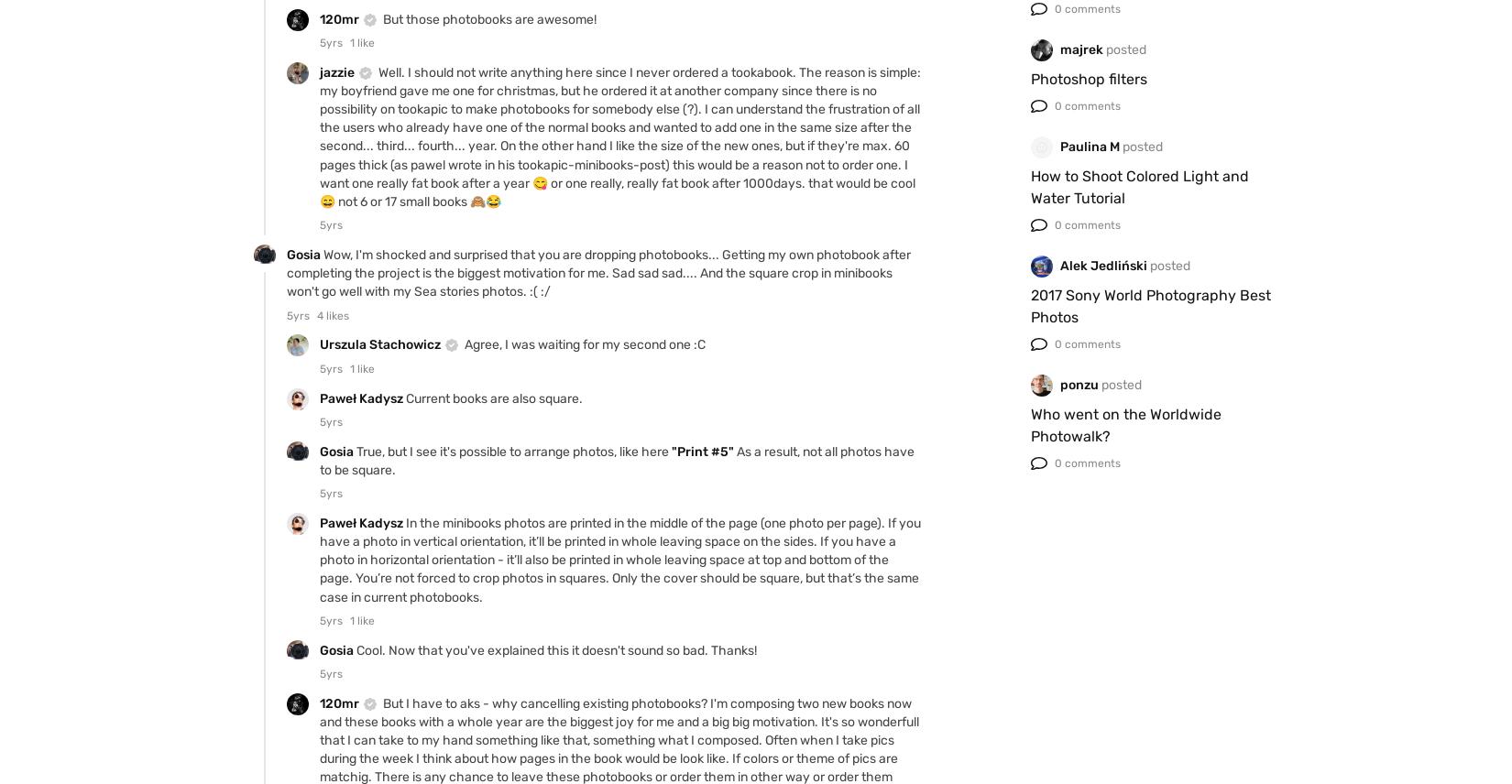 This screenshot has width=1512, height=784. Describe the element at coordinates (1080, 384) in the screenshot. I see `'ponzu'` at that location.